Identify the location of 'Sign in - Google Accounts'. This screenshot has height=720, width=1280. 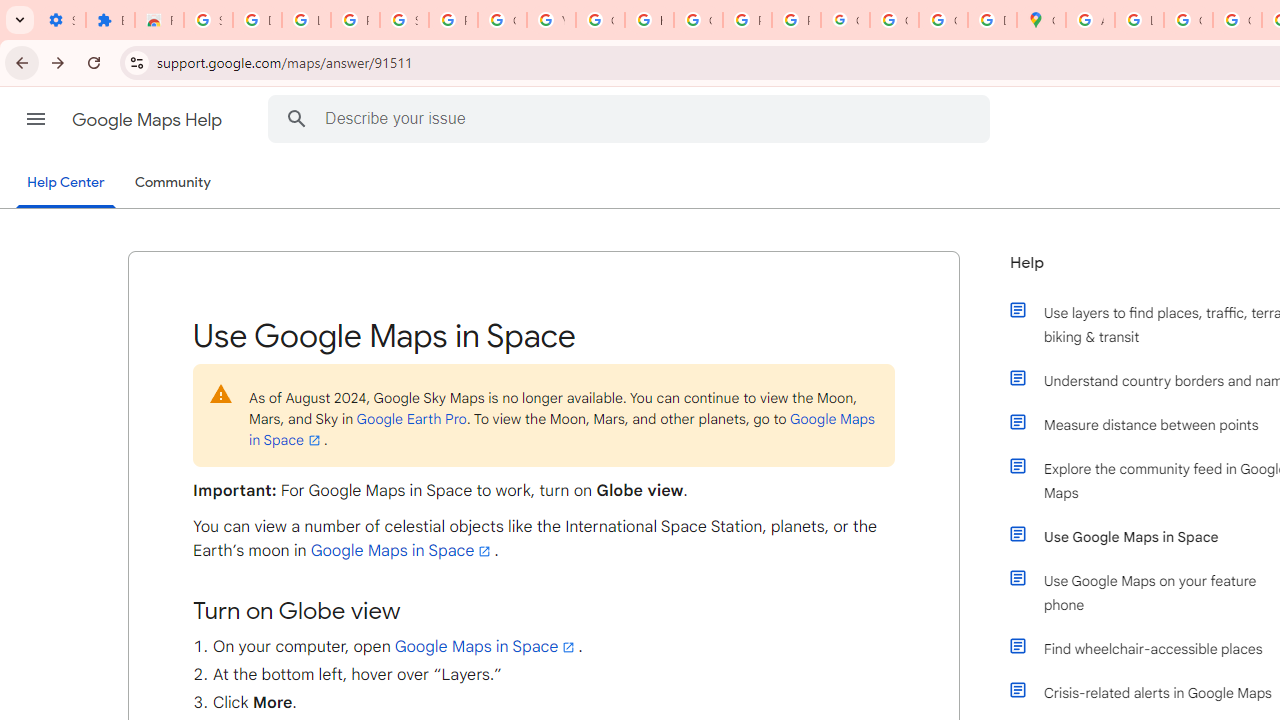
(208, 20).